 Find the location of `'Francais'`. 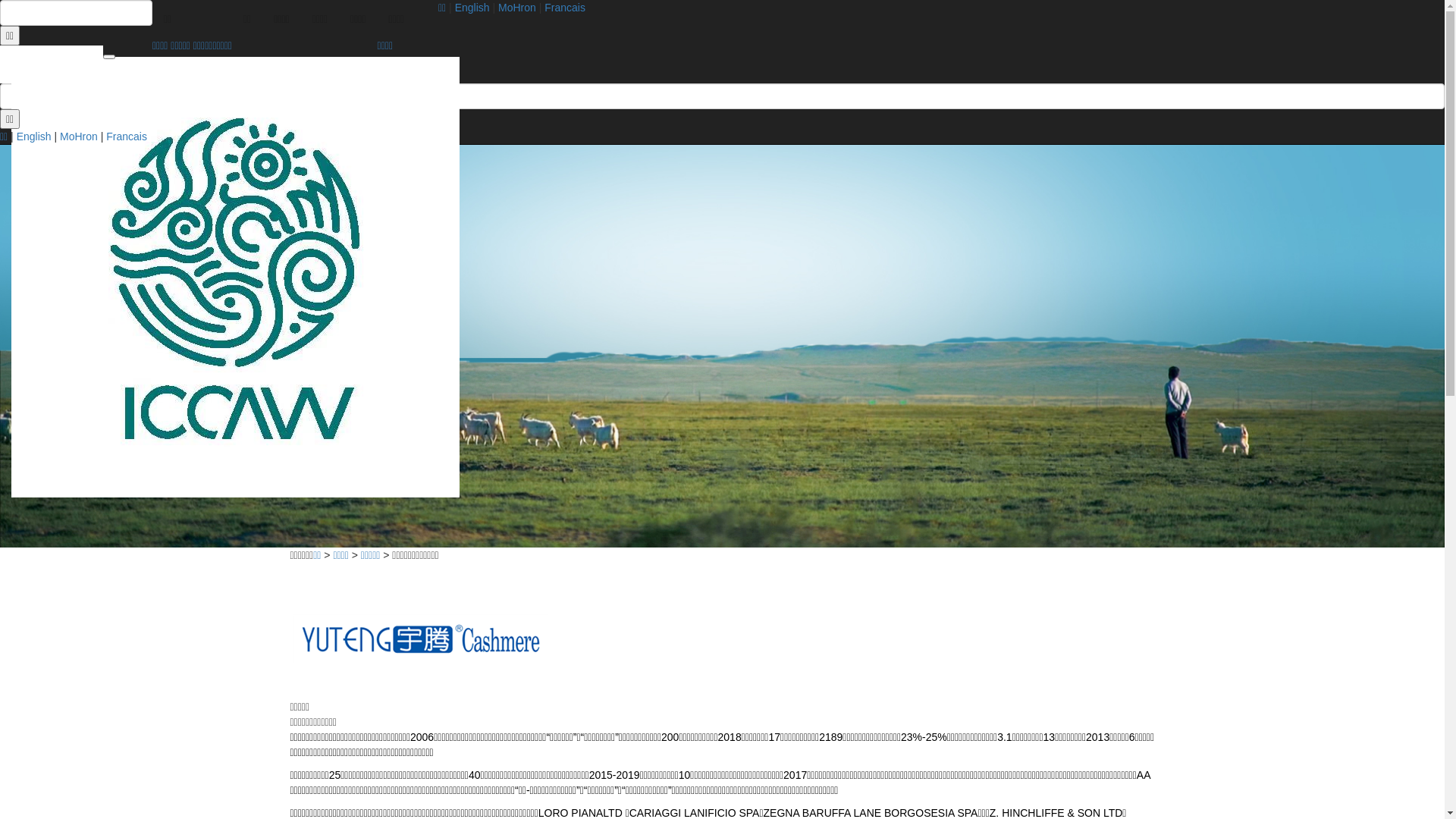

'Francais' is located at coordinates (563, 8).